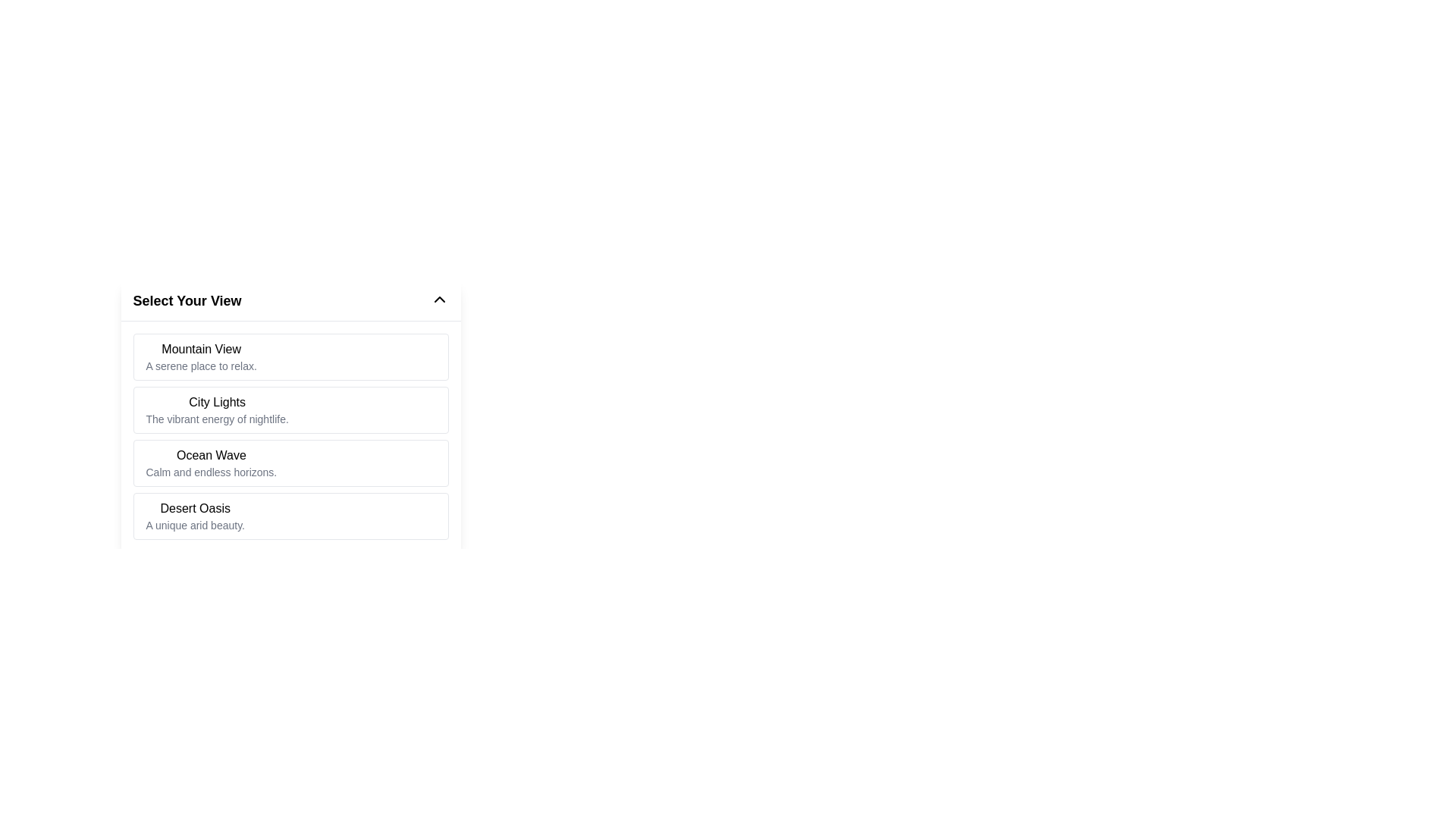 The height and width of the screenshot is (819, 1456). What do you see at coordinates (194, 516) in the screenshot?
I see `the fourth option in the selection menu, 'Desert Oasis'` at bounding box center [194, 516].